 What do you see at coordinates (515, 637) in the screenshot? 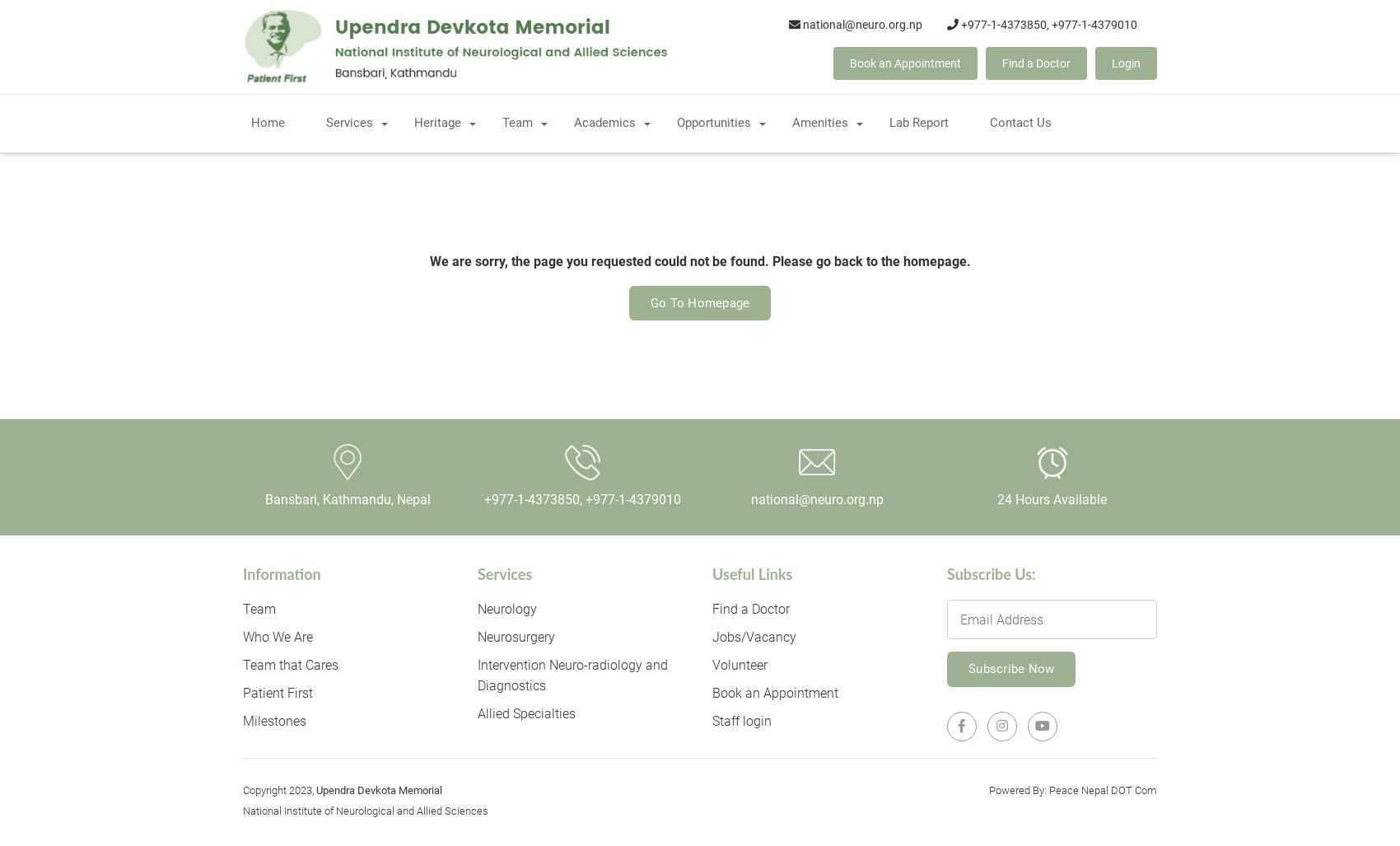
I see `'Neurosurgery'` at bounding box center [515, 637].